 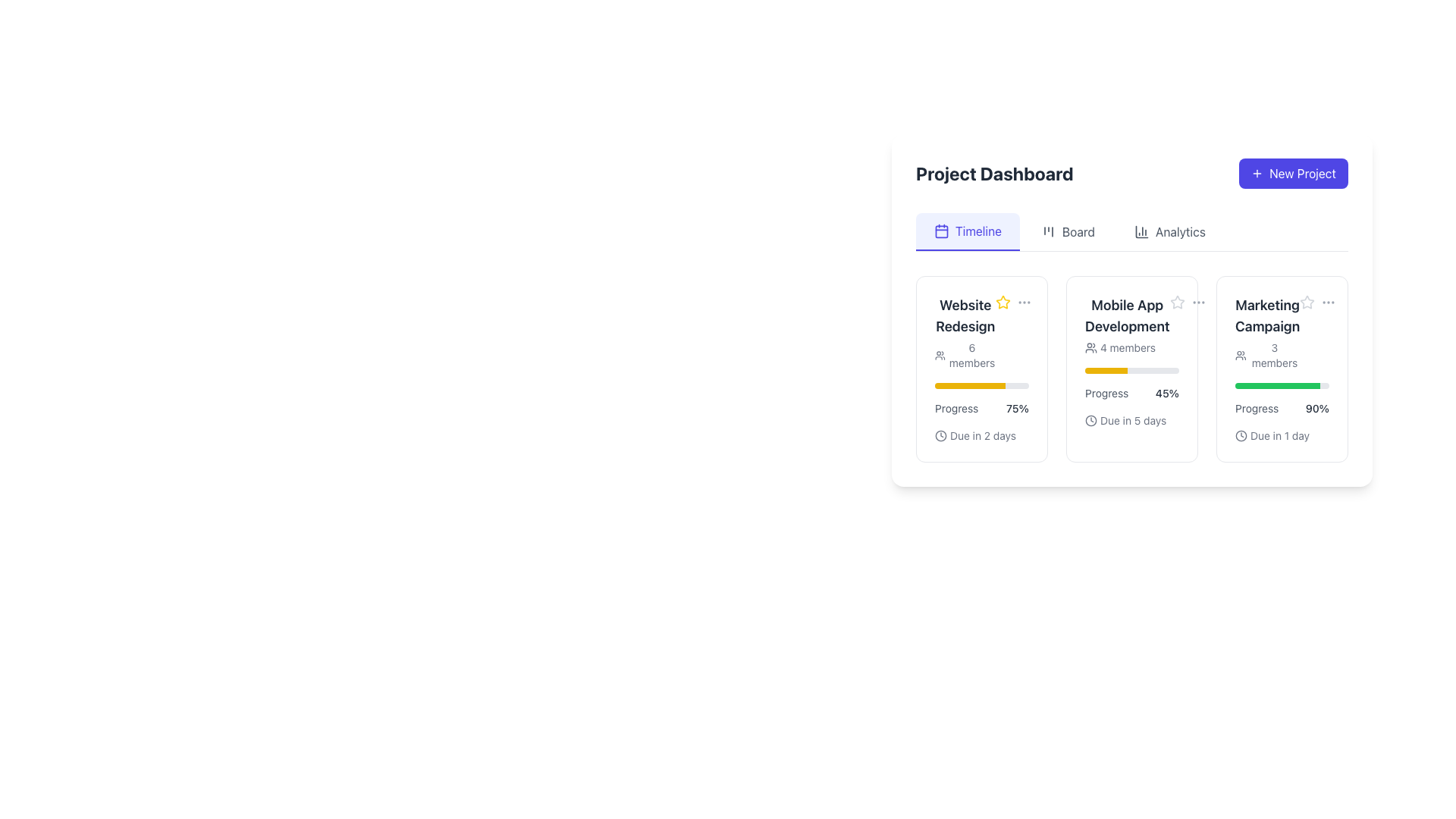 What do you see at coordinates (965, 332) in the screenshot?
I see `project name 'Website Redesign' and member count '6 members' displayed in bold and gray text respectively, located at the top-left section of the first card in the 'Timeline' view` at bounding box center [965, 332].